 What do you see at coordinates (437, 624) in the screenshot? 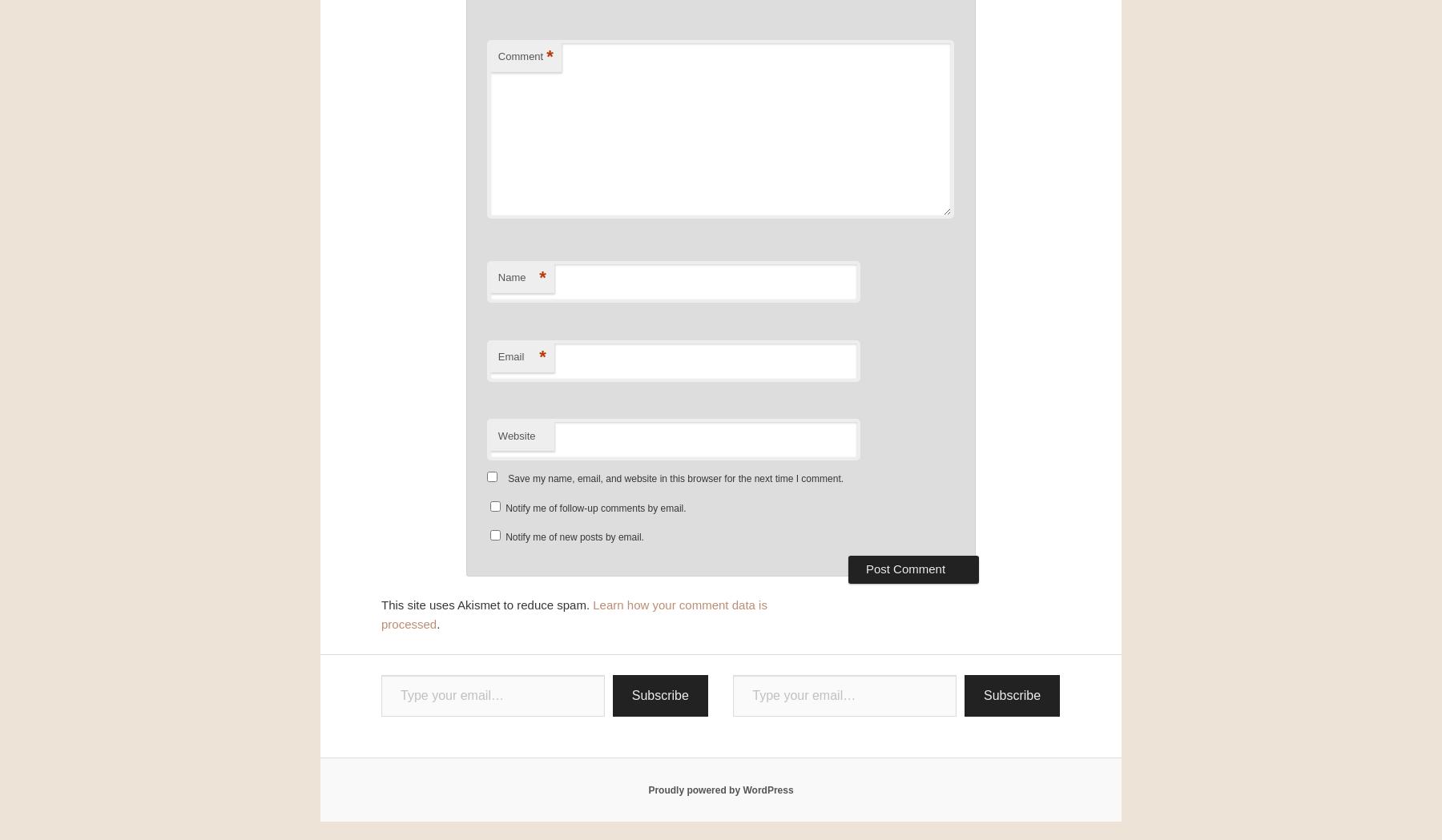
I see `'.'` at bounding box center [437, 624].